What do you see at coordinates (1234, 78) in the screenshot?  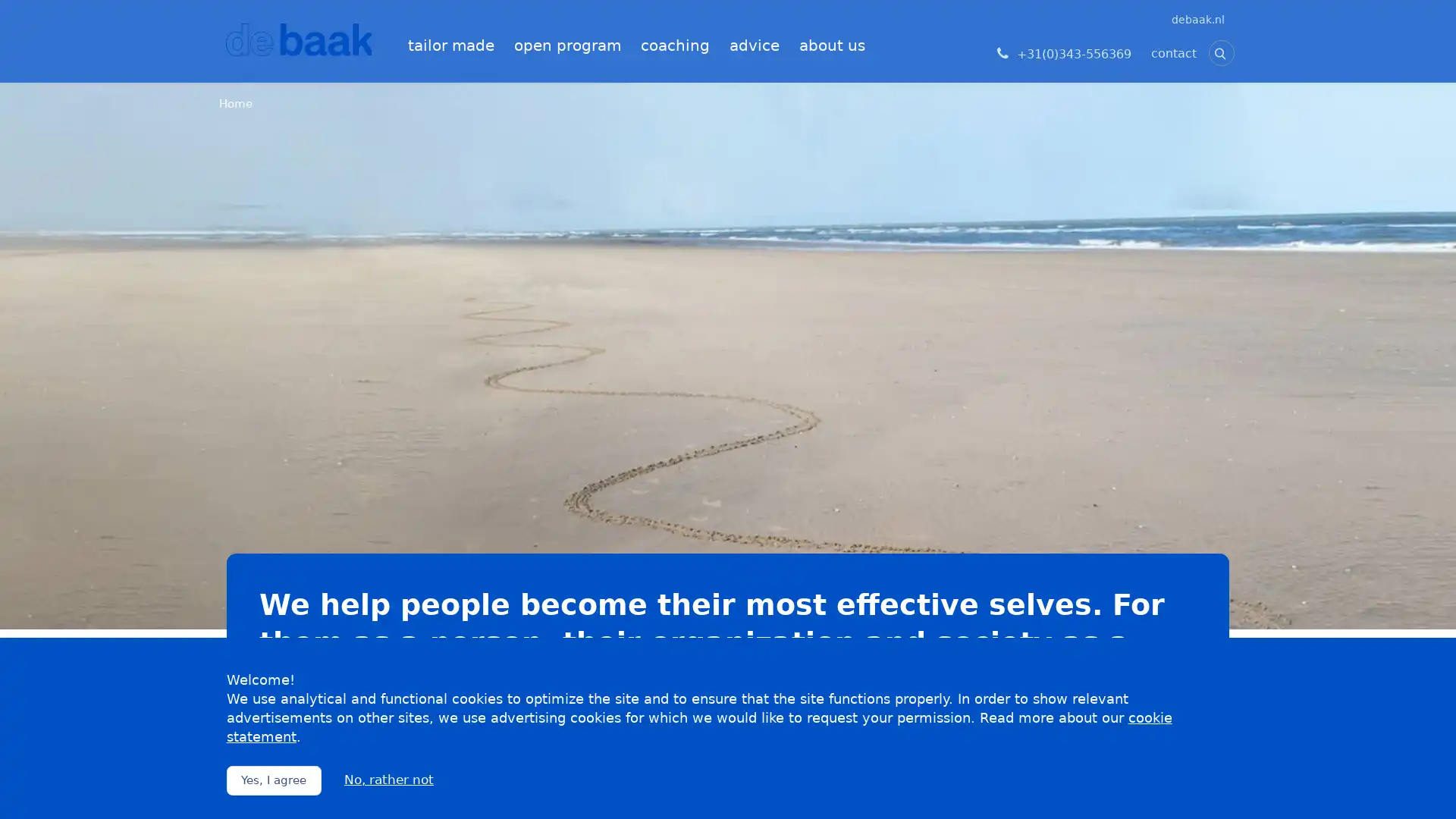 I see `Zoeken` at bounding box center [1234, 78].